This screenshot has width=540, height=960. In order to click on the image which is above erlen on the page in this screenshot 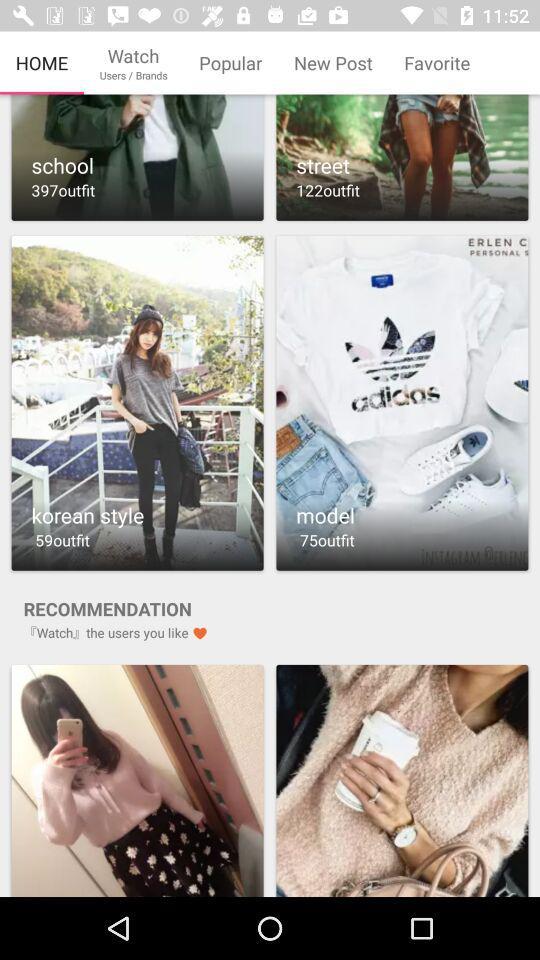, I will do `click(402, 157)`.